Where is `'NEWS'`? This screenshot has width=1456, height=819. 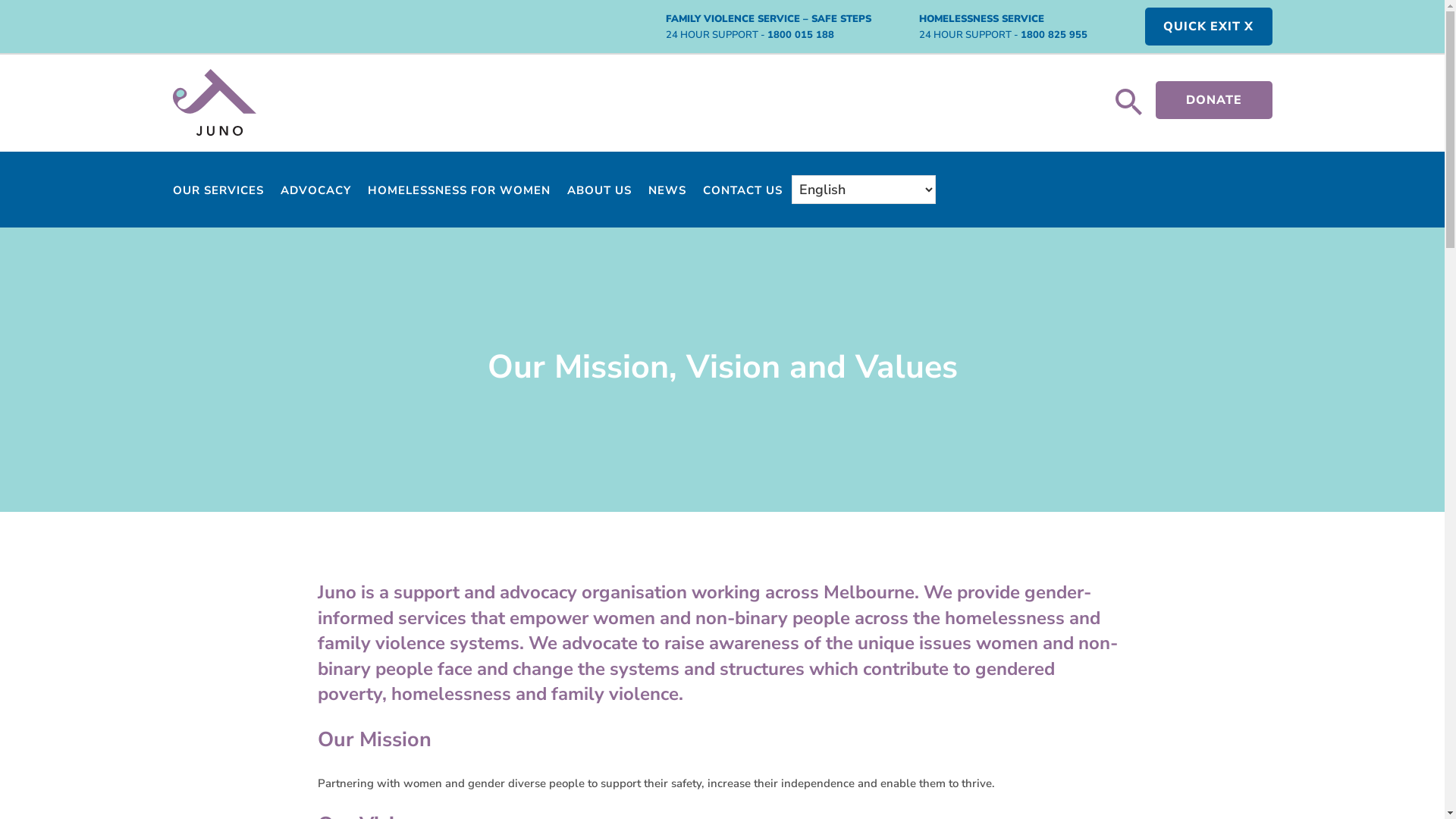 'NEWS' is located at coordinates (648, 191).